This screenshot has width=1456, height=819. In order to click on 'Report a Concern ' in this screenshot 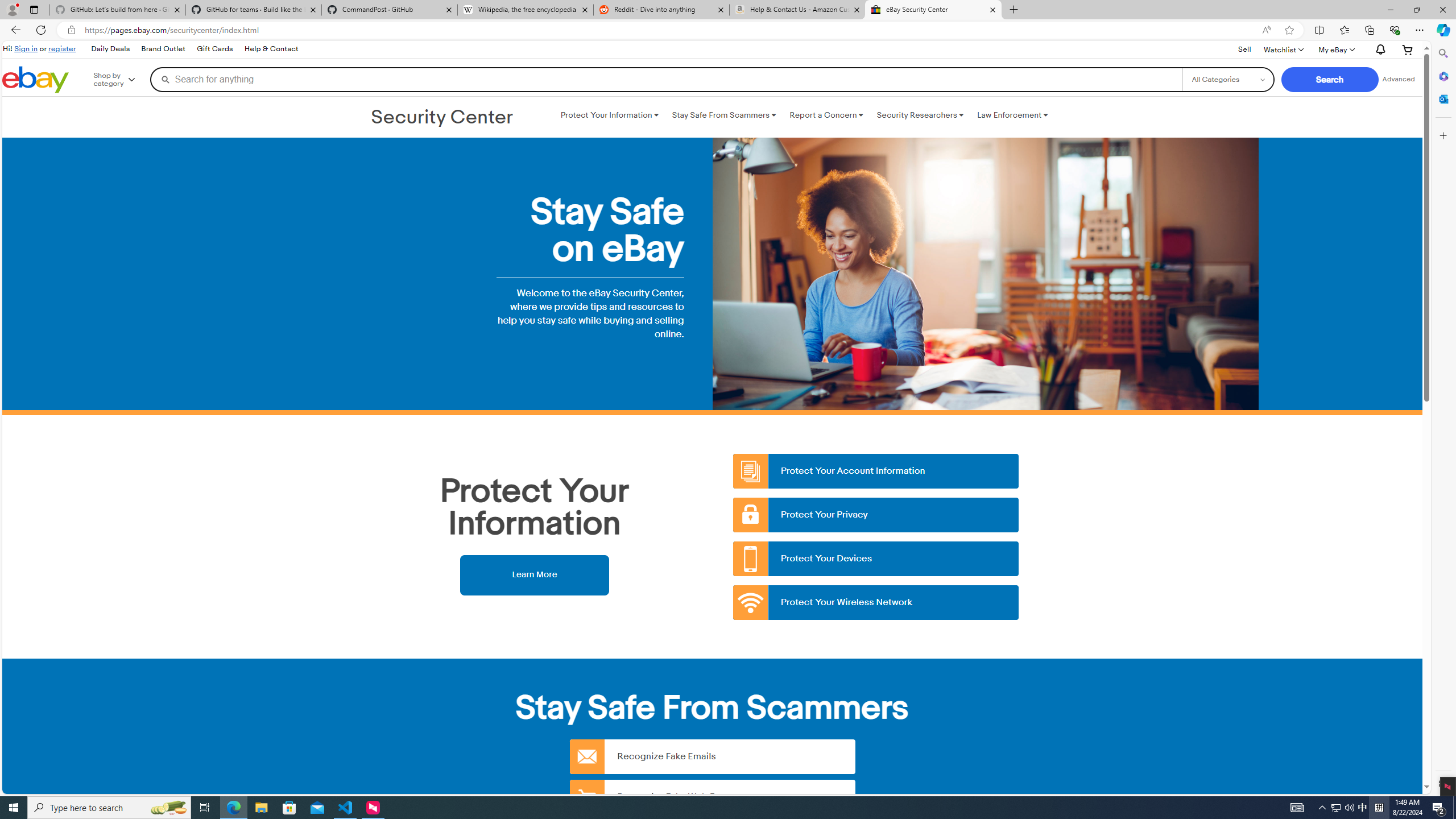, I will do `click(825, 115)`.